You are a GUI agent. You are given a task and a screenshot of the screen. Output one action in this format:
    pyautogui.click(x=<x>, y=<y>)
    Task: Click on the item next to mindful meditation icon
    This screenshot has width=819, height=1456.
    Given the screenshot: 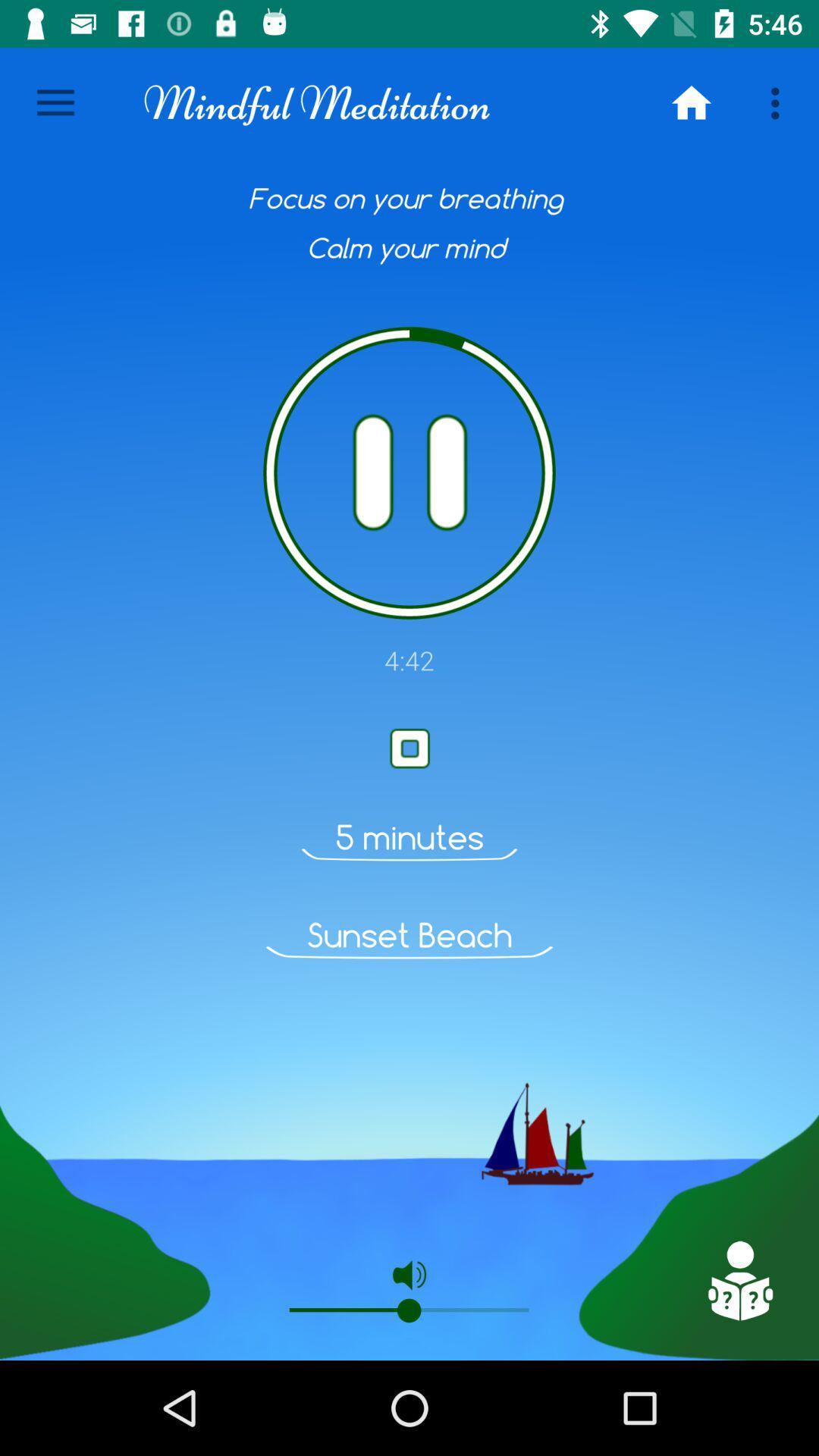 What is the action you would take?
    pyautogui.click(x=691, y=102)
    